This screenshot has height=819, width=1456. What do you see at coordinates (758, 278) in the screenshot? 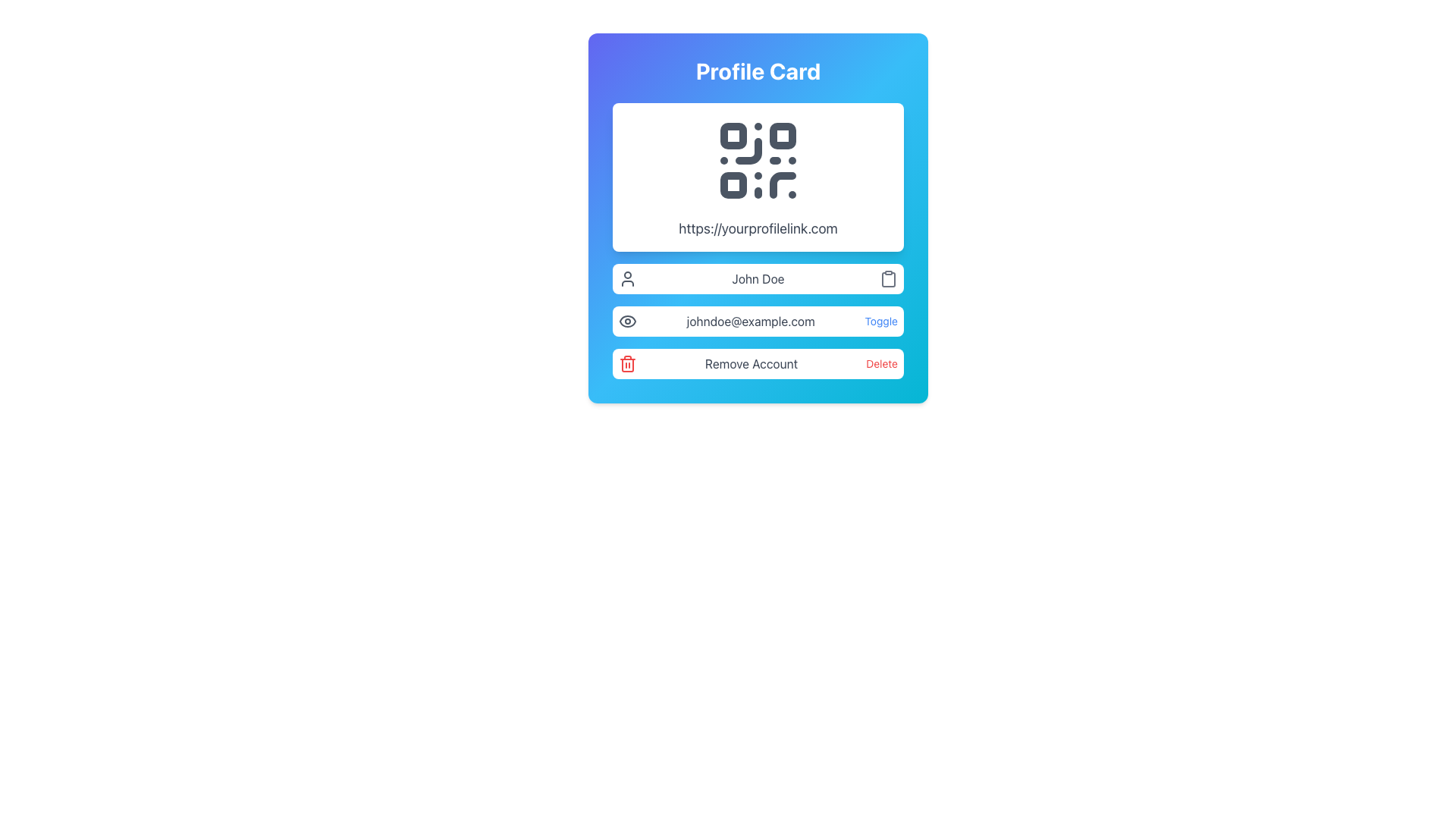
I see `the Text label displaying the user's name 'John Doe', which is centrally aligned in the Profile Card section and positioned above the email entry` at bounding box center [758, 278].